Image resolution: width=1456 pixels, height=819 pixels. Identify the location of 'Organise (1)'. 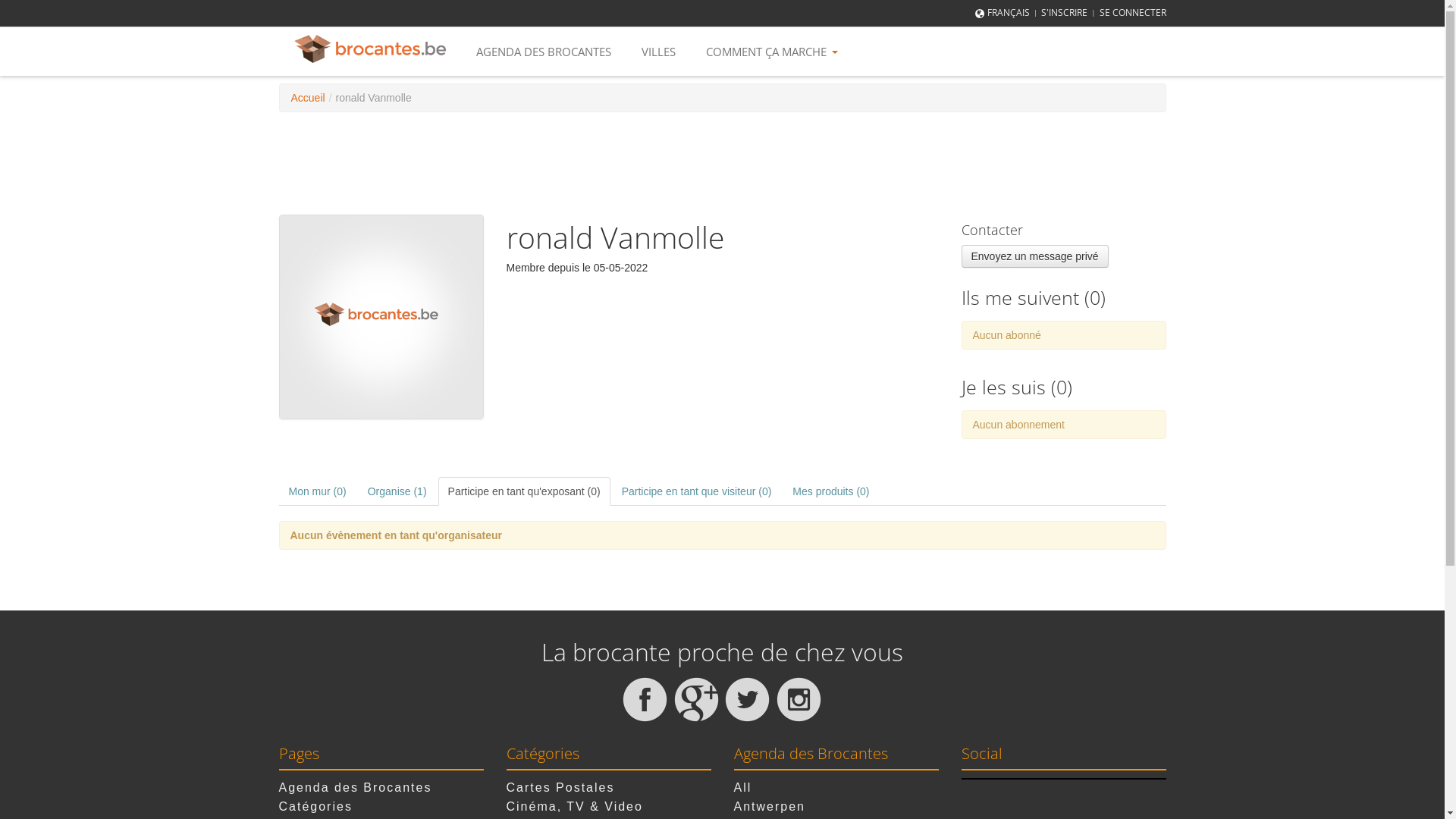
(397, 491).